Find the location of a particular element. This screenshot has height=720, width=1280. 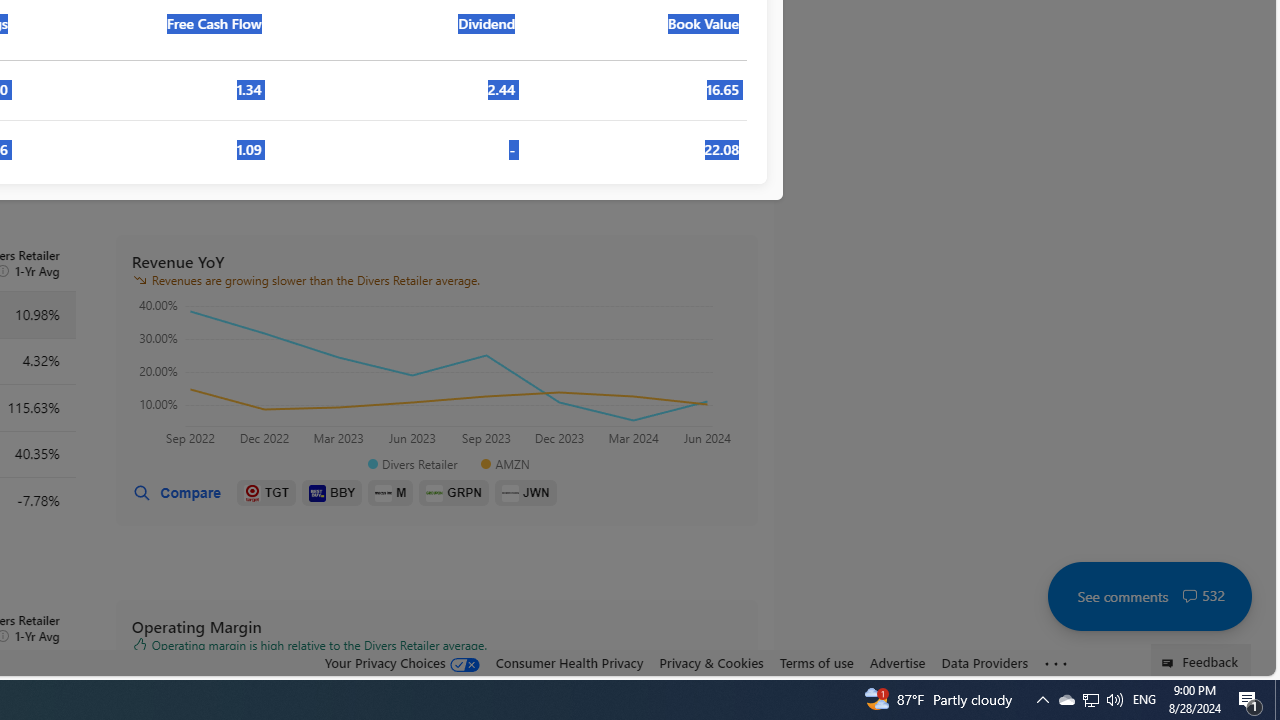

'Your Privacy Choices' is located at coordinates (400, 662).